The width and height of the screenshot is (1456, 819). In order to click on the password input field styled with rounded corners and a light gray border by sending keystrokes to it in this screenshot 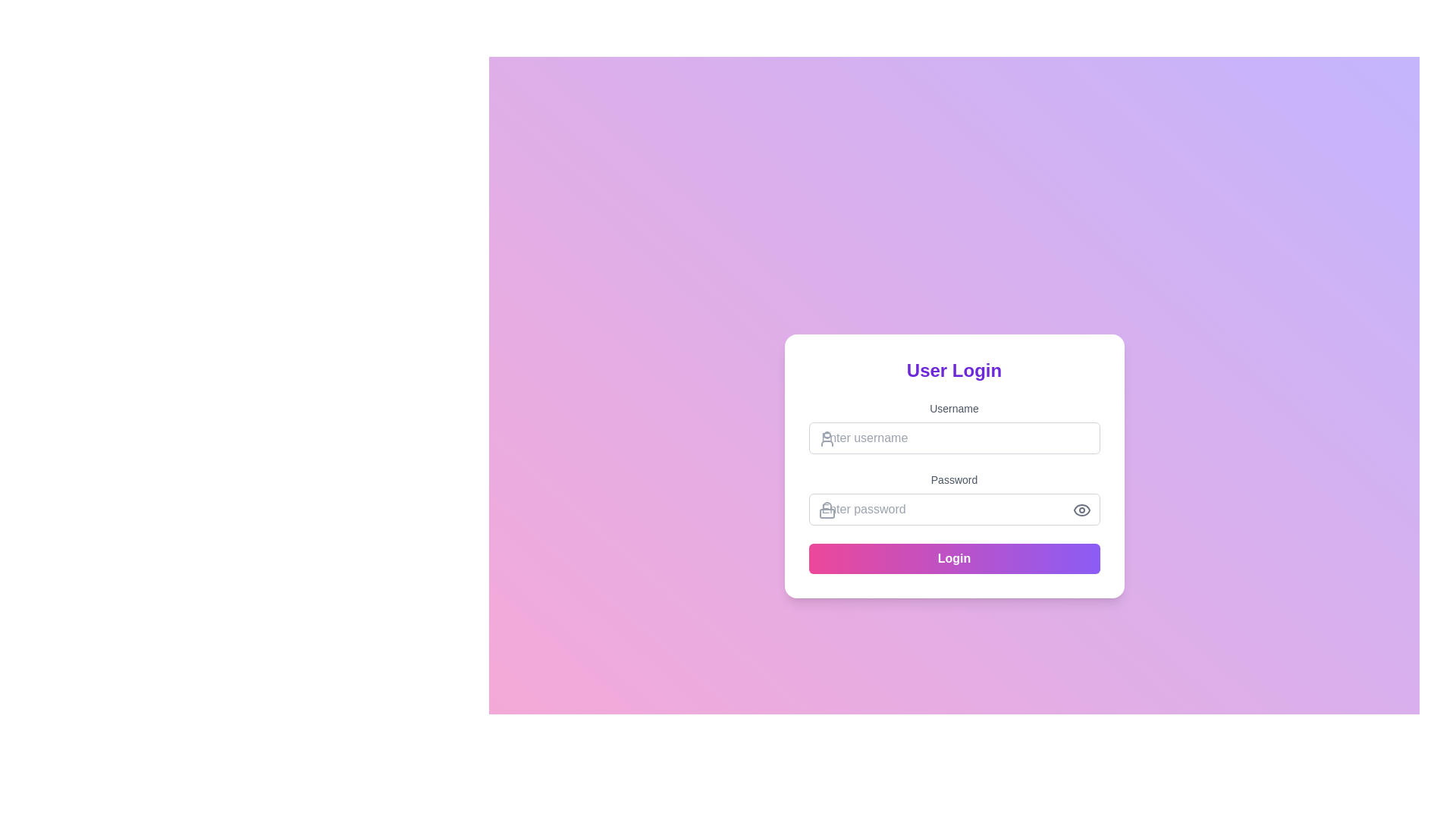, I will do `click(953, 509)`.